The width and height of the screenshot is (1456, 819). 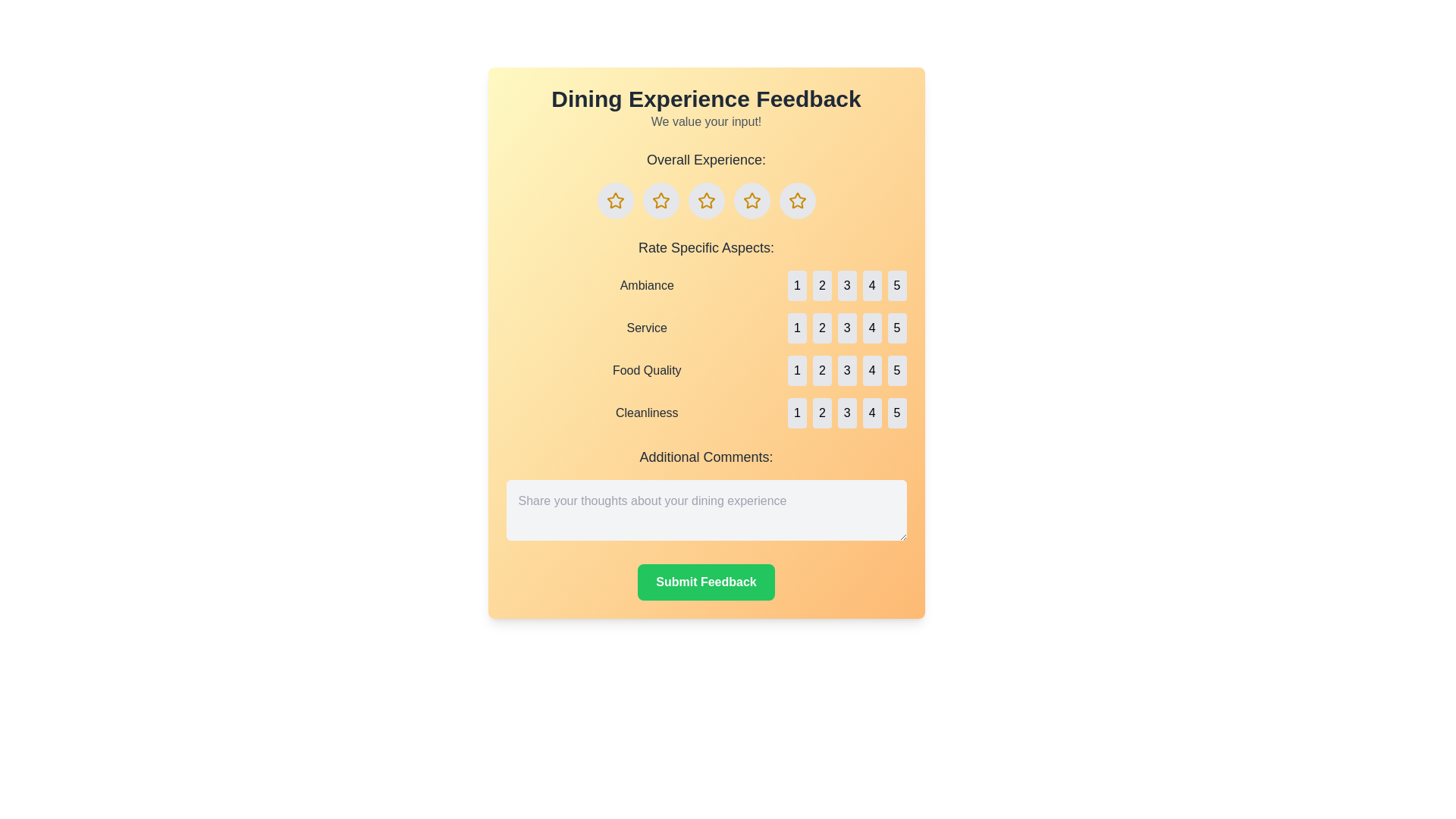 I want to click on on the third star icon in the star rating row, which is visually distinct due, so click(x=705, y=199).